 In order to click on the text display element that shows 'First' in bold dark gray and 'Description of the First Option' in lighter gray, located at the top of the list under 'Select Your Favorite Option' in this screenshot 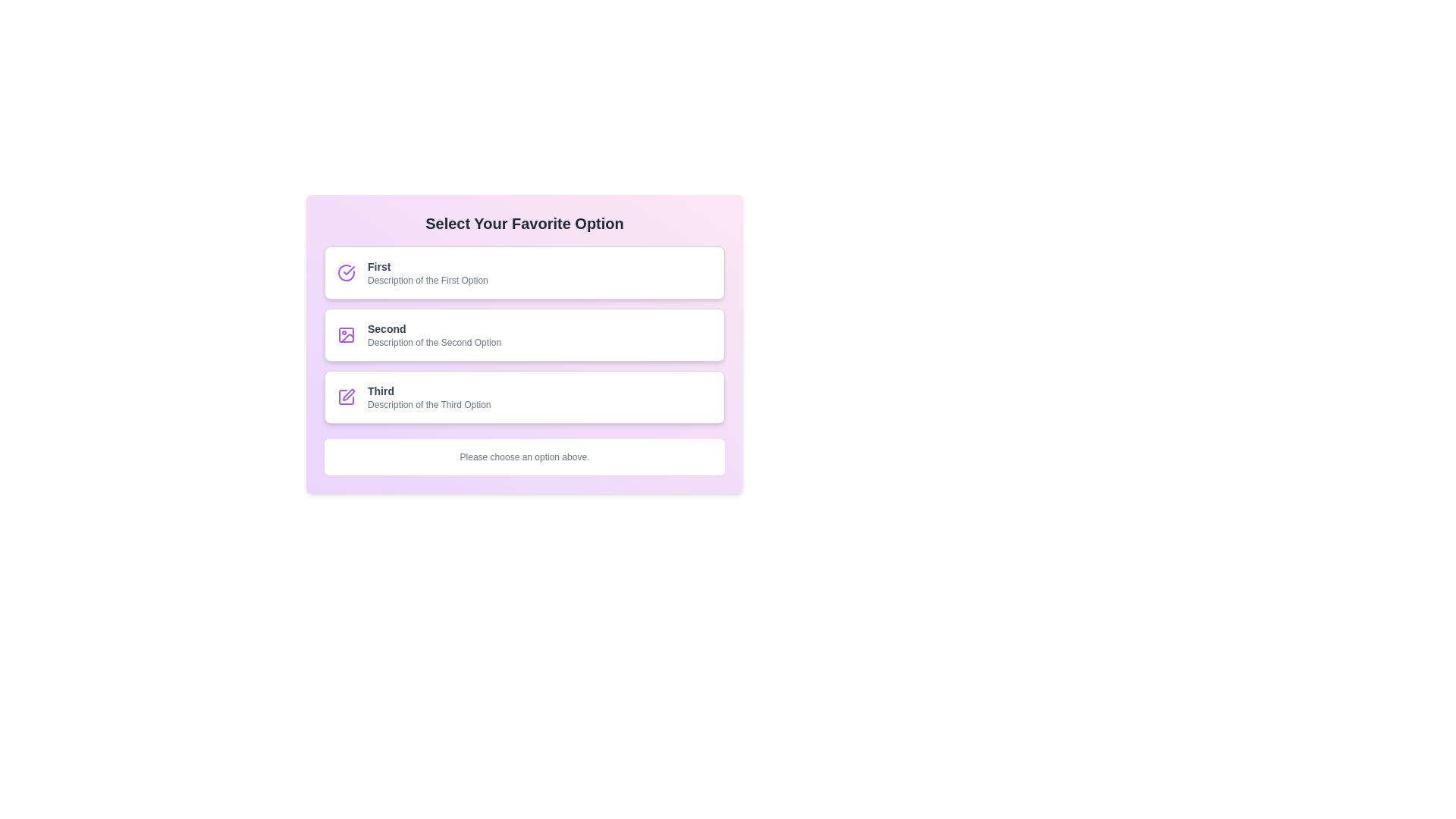, I will do `click(427, 271)`.